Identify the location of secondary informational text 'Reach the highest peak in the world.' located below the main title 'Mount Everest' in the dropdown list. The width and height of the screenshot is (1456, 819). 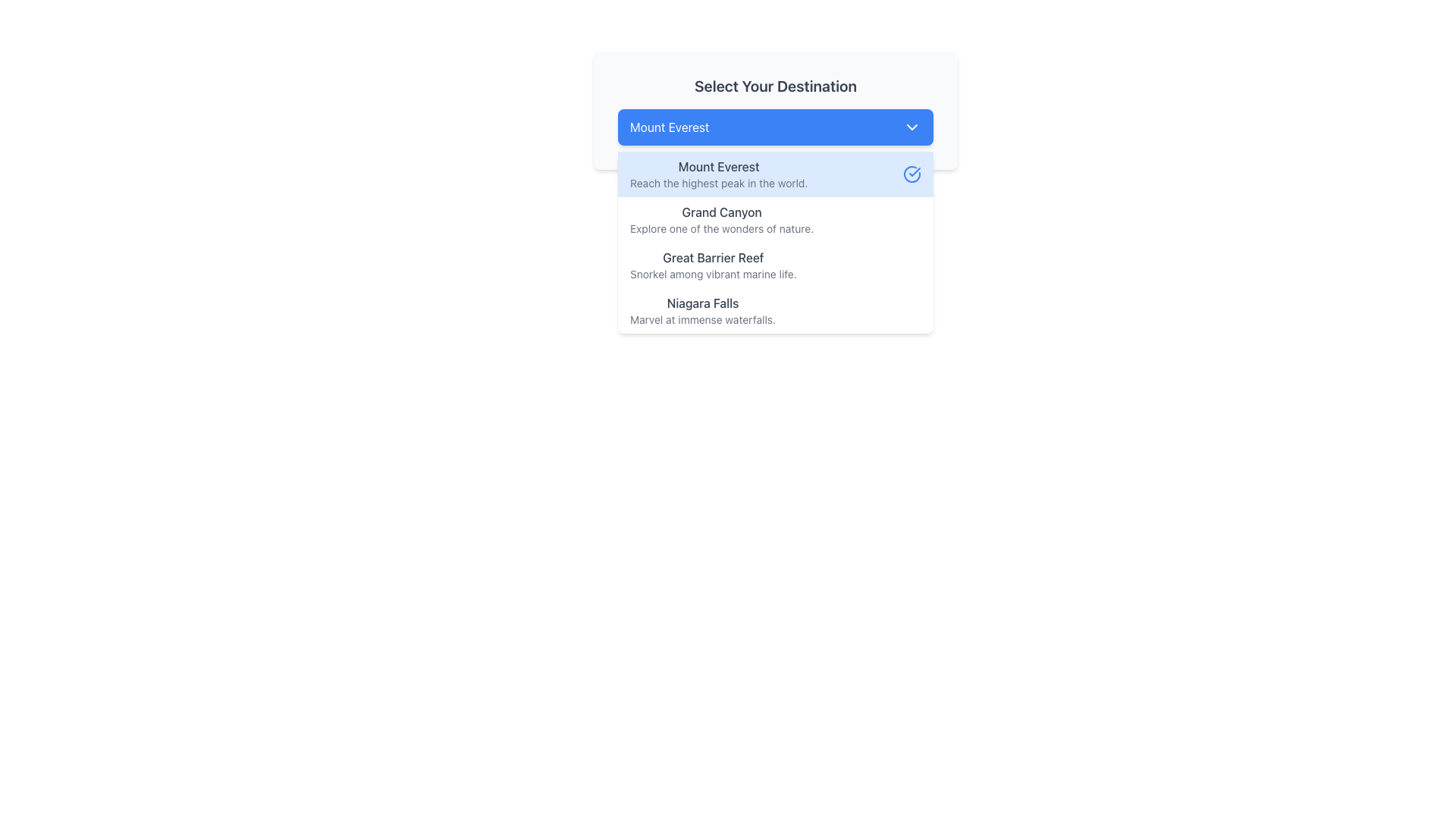
(718, 183).